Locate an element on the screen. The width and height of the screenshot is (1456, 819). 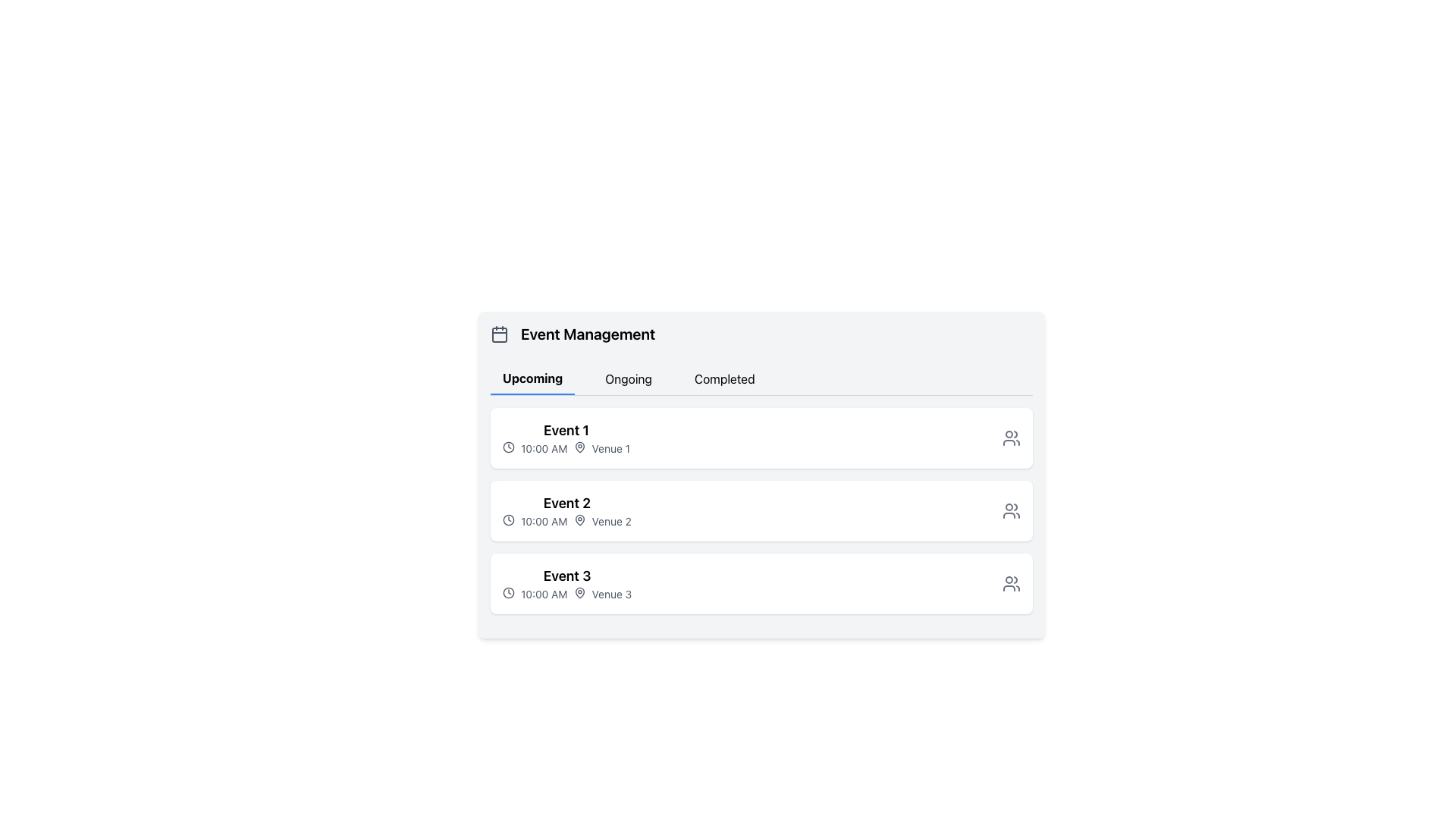
the time icon located at the start of the row containing '10:00 AM' and 'Venue 2' under 'Event 2' in the 'Upcoming' tab of the 'Event Management' section is located at coordinates (509, 519).